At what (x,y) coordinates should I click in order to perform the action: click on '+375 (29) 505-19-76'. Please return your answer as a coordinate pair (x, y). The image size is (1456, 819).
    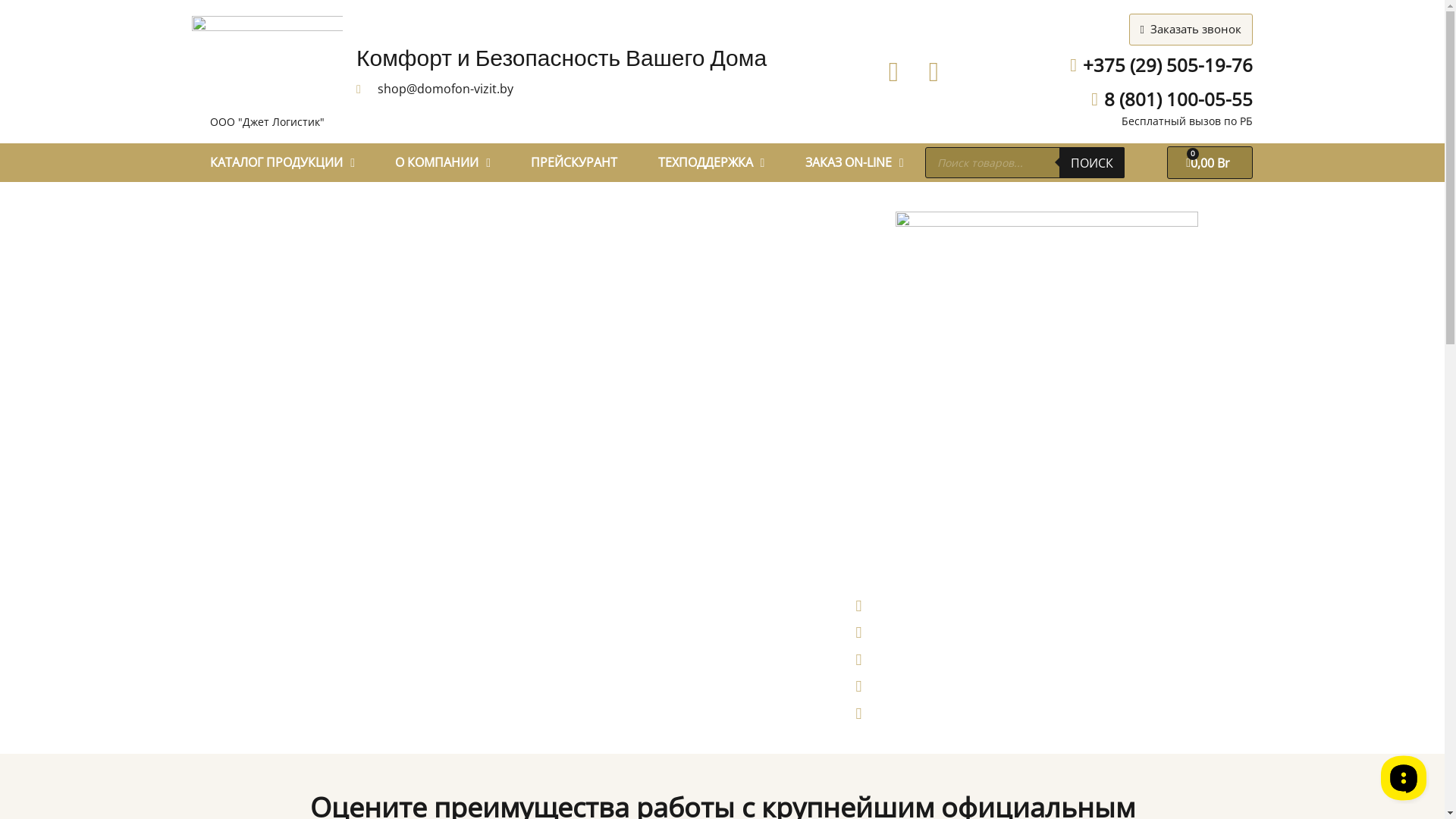
    Looking at the image, I should click on (1153, 64).